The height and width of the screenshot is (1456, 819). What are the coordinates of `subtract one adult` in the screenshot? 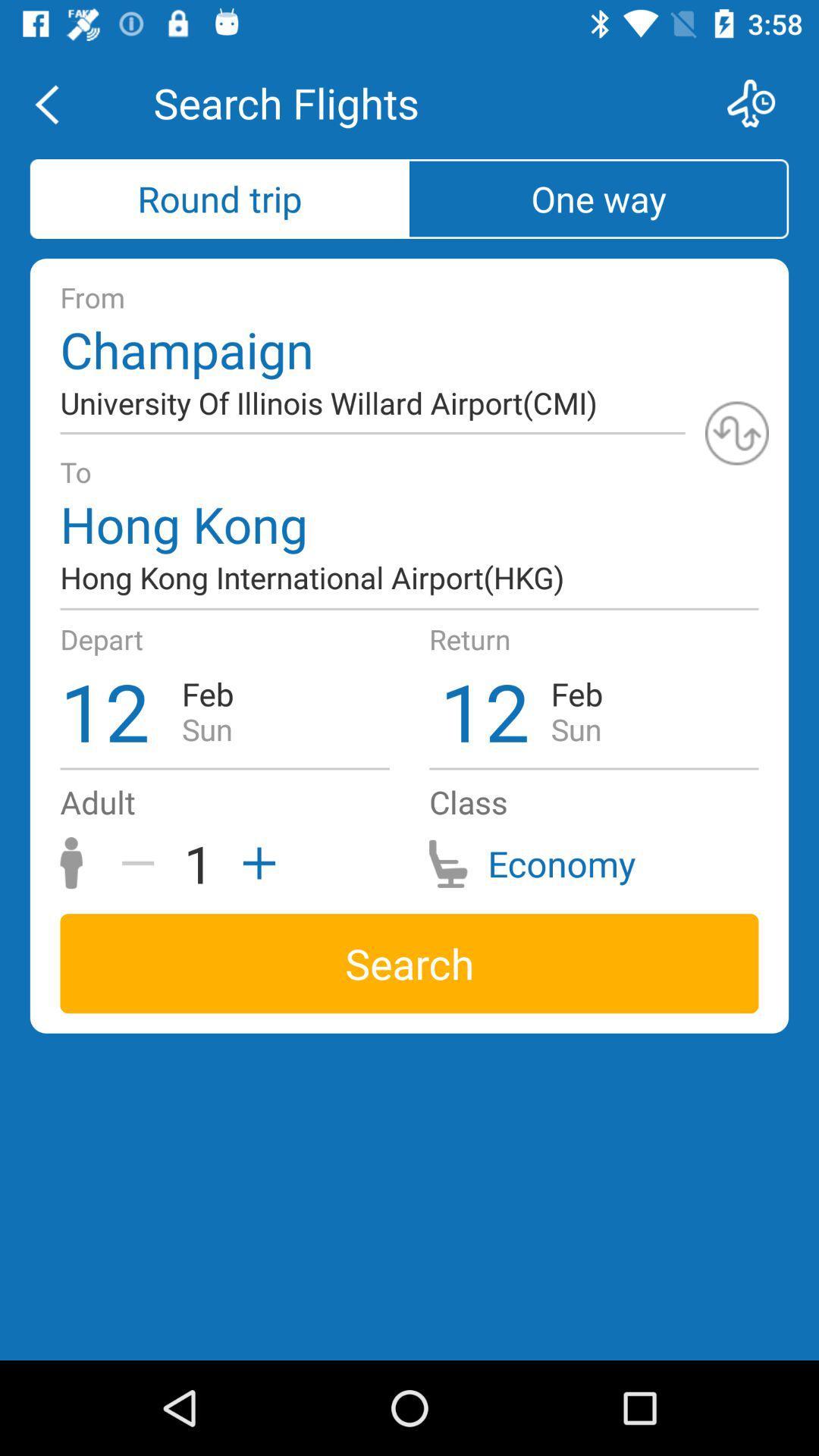 It's located at (143, 863).